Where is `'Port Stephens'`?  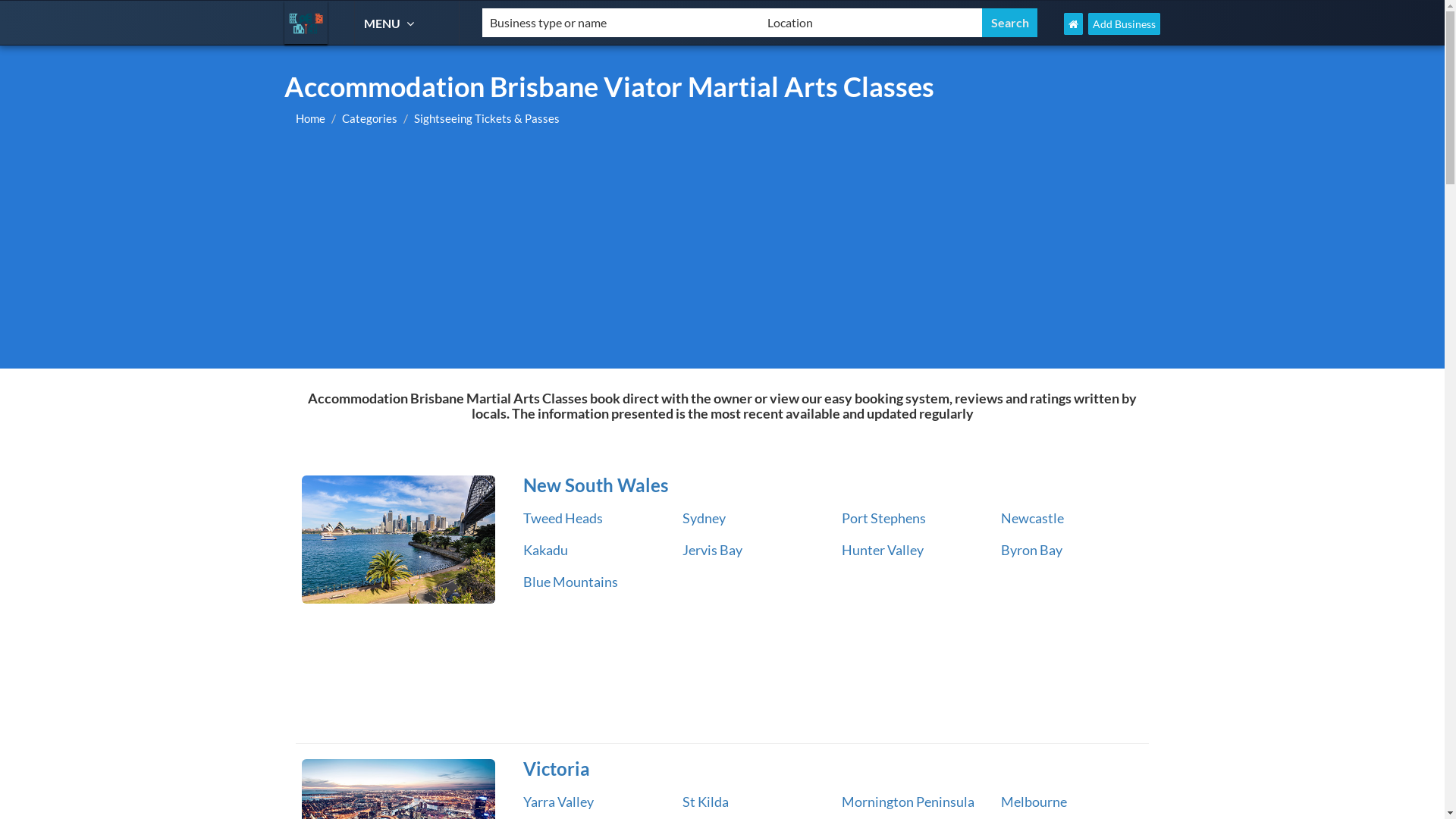 'Port Stephens' is located at coordinates (883, 516).